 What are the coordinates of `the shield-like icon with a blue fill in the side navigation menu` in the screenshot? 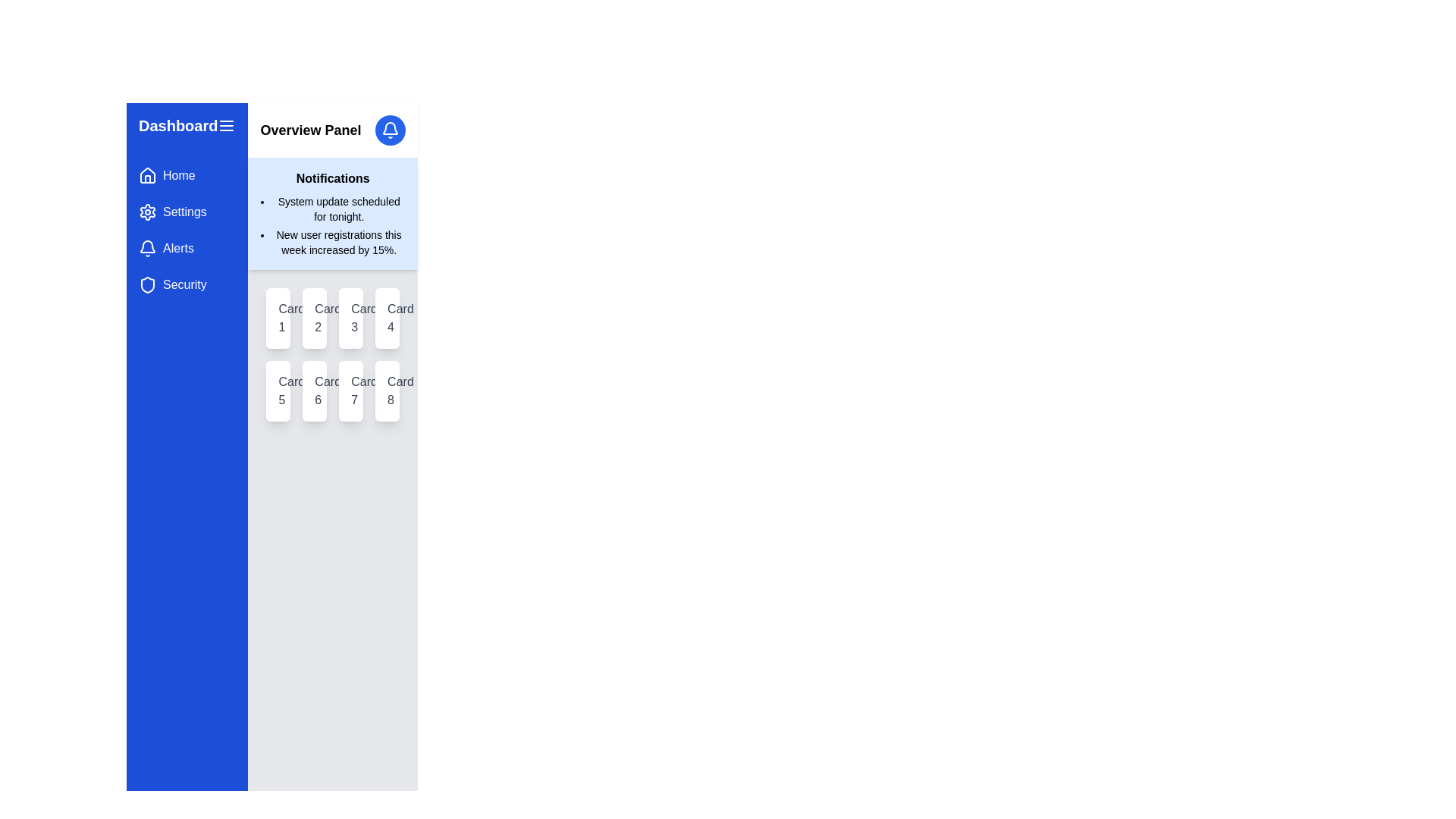 It's located at (148, 284).